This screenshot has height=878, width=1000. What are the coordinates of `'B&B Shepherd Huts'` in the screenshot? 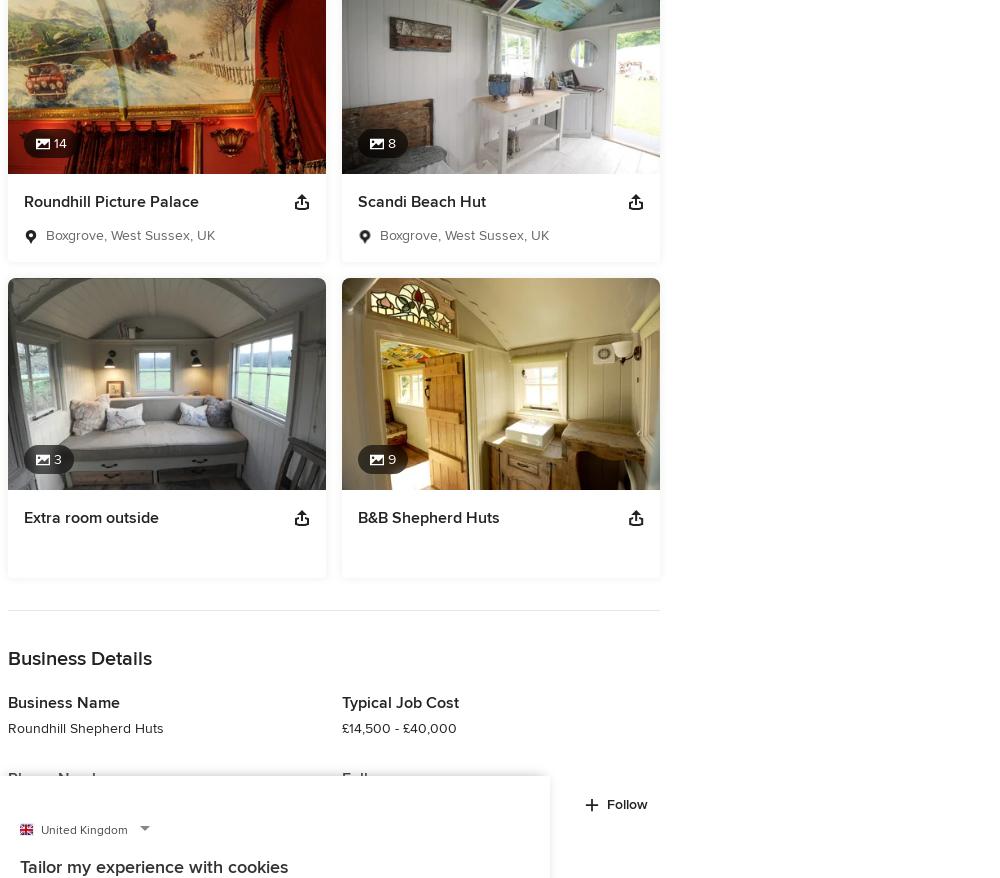 It's located at (429, 516).